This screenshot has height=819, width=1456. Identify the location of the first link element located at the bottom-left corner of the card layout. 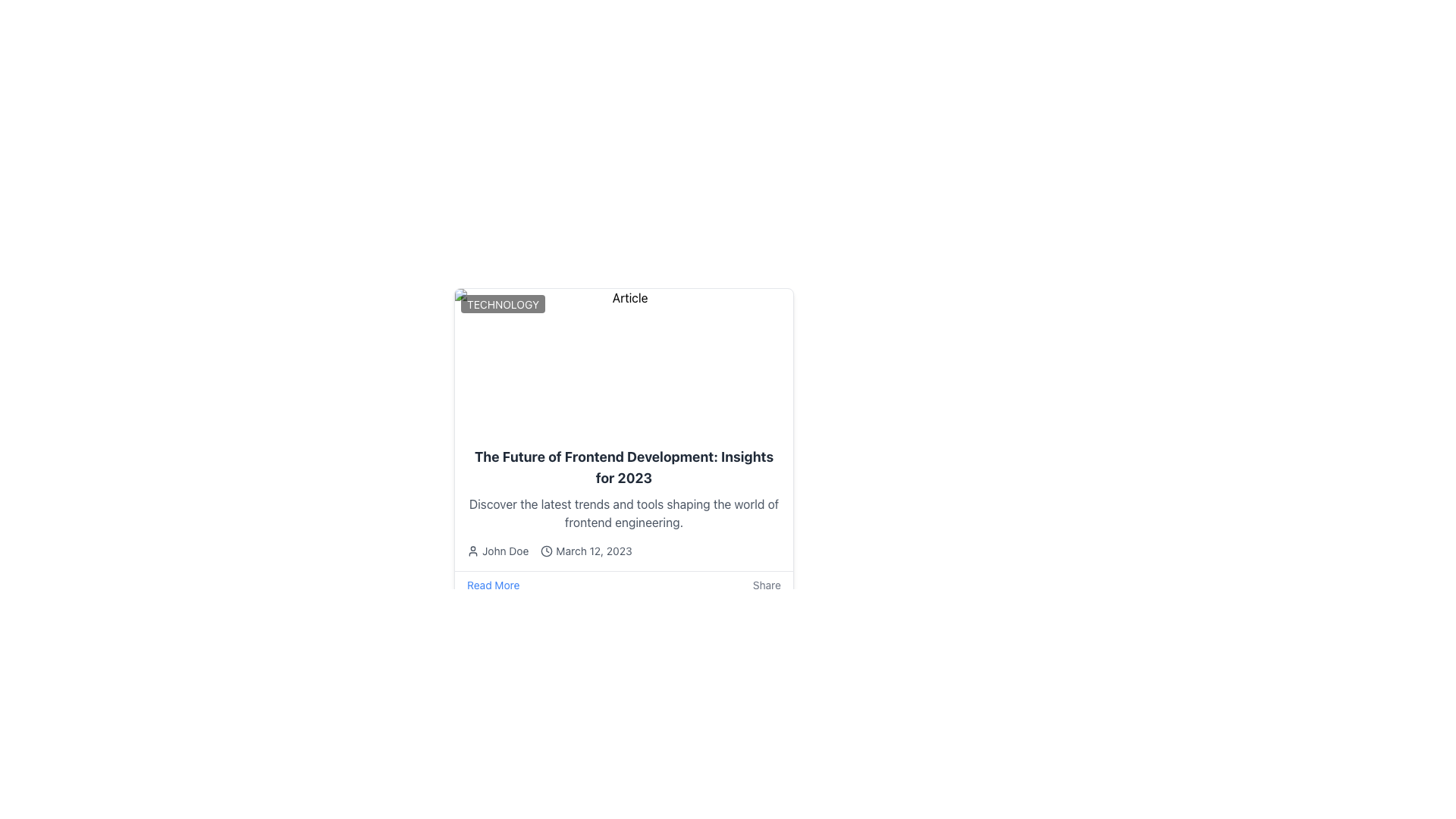
(493, 584).